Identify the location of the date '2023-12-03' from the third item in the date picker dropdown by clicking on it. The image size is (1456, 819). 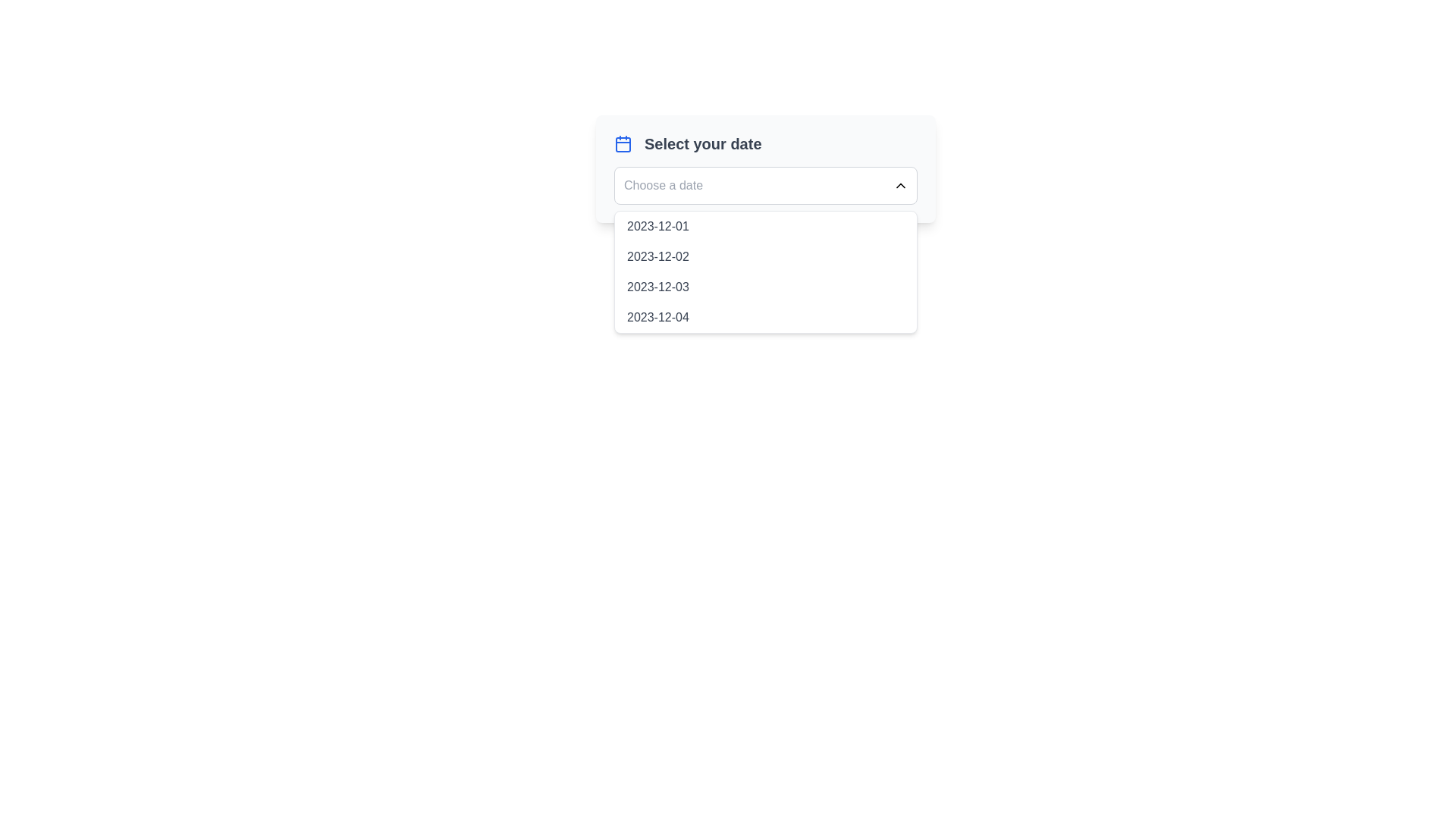
(765, 287).